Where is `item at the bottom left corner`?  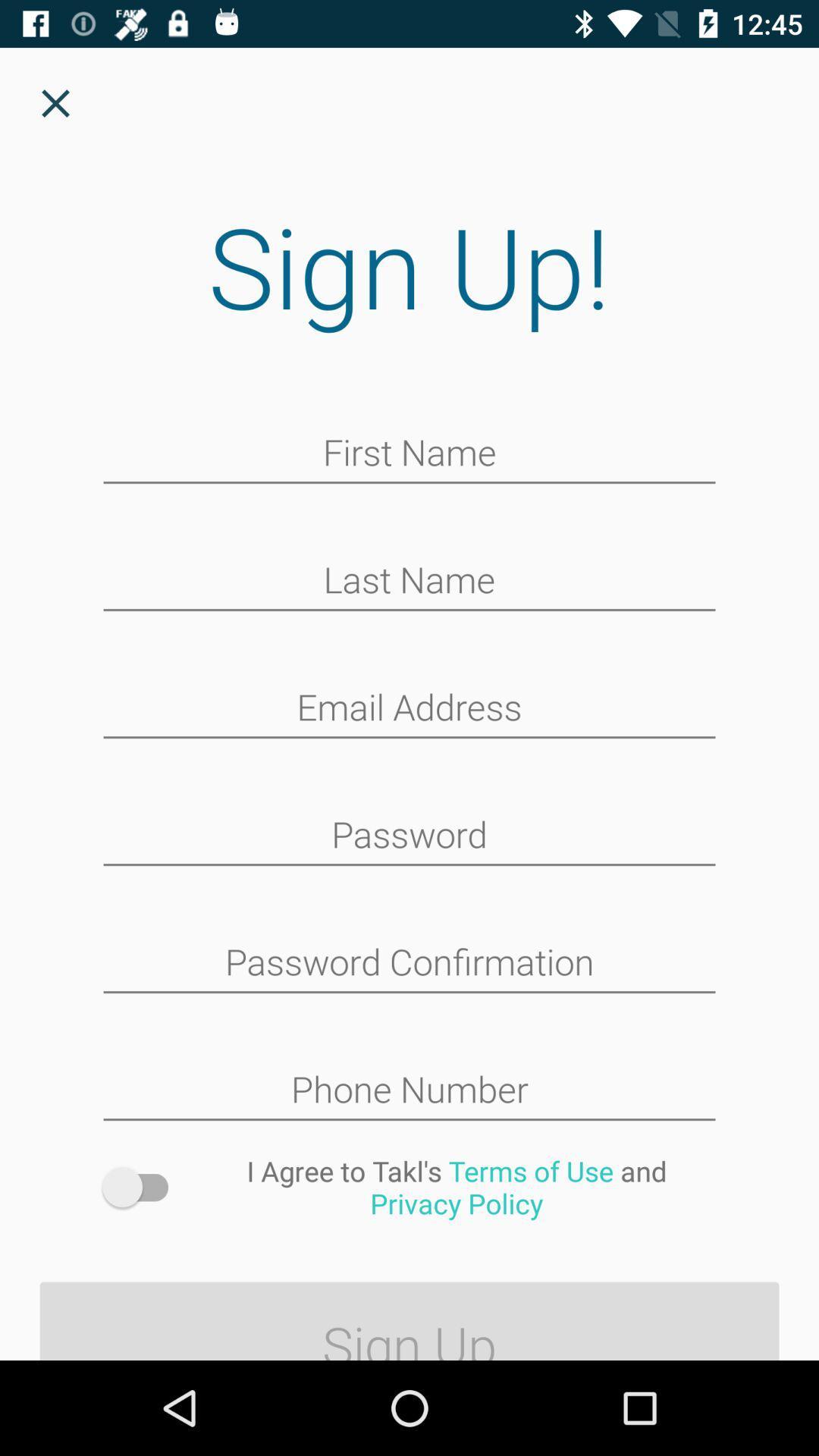
item at the bottom left corner is located at coordinates (143, 1186).